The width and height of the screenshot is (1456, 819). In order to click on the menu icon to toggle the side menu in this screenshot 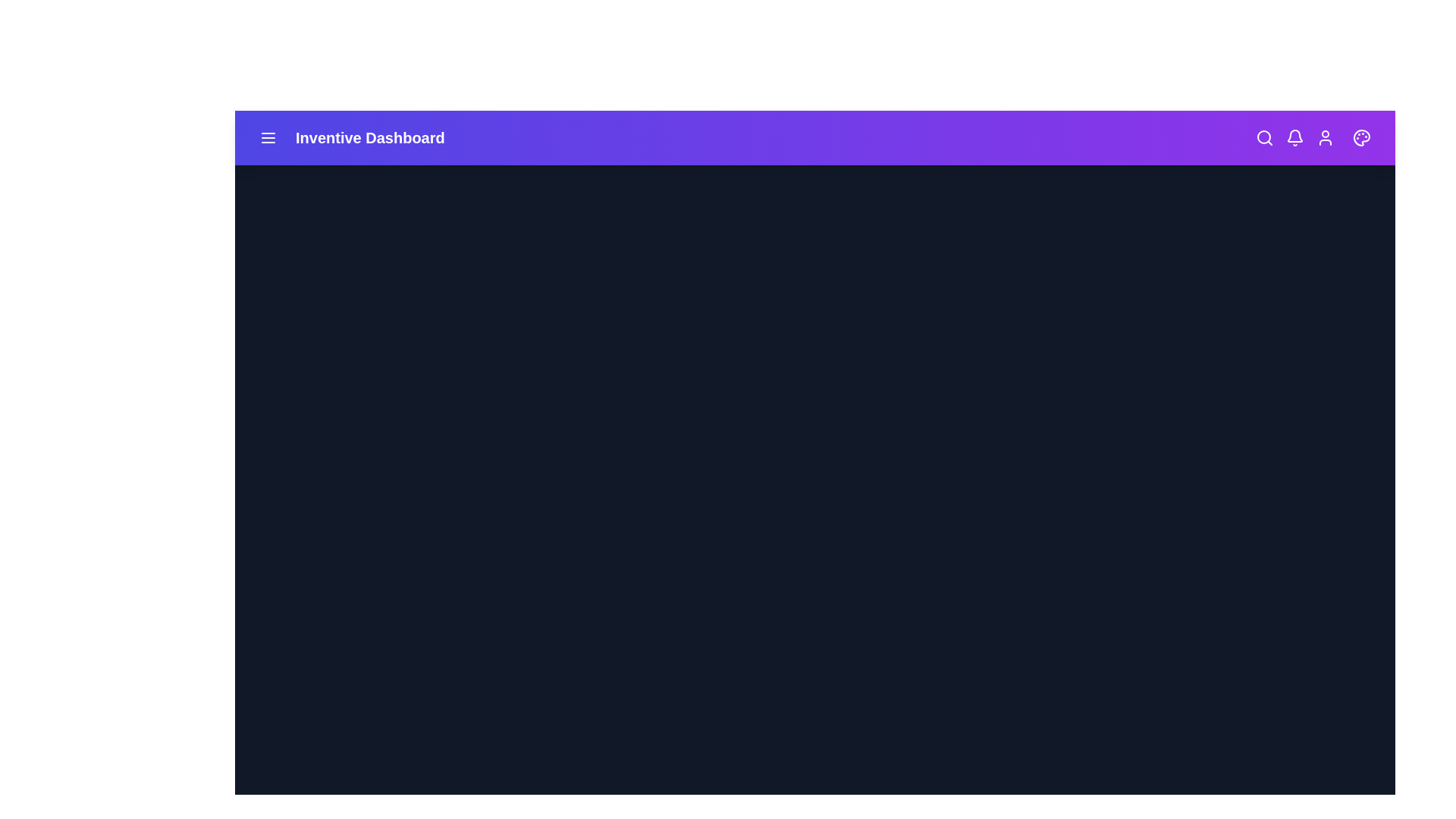, I will do `click(268, 137)`.